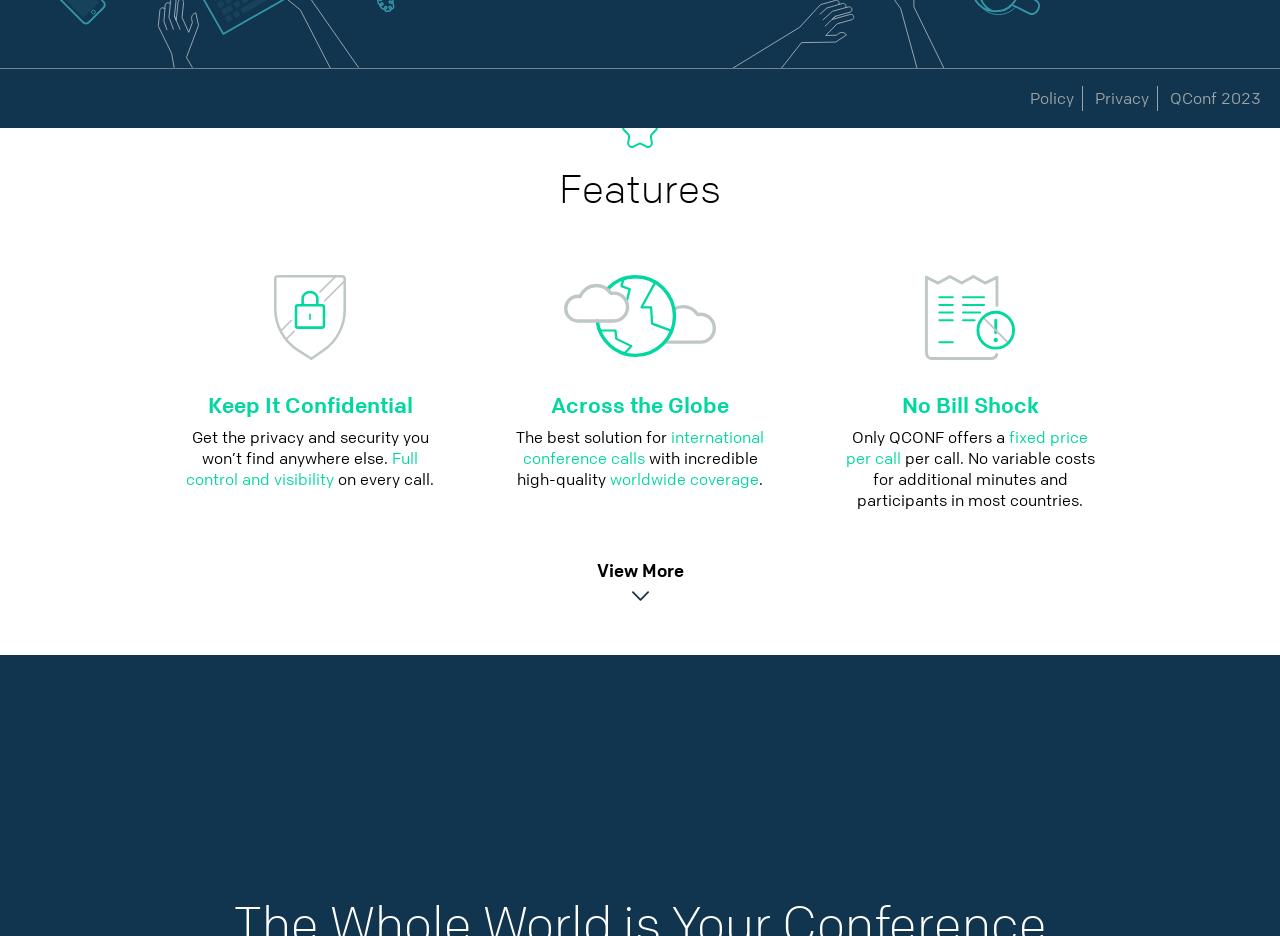  I want to click on 'fixed price per call', so click(966, 447).